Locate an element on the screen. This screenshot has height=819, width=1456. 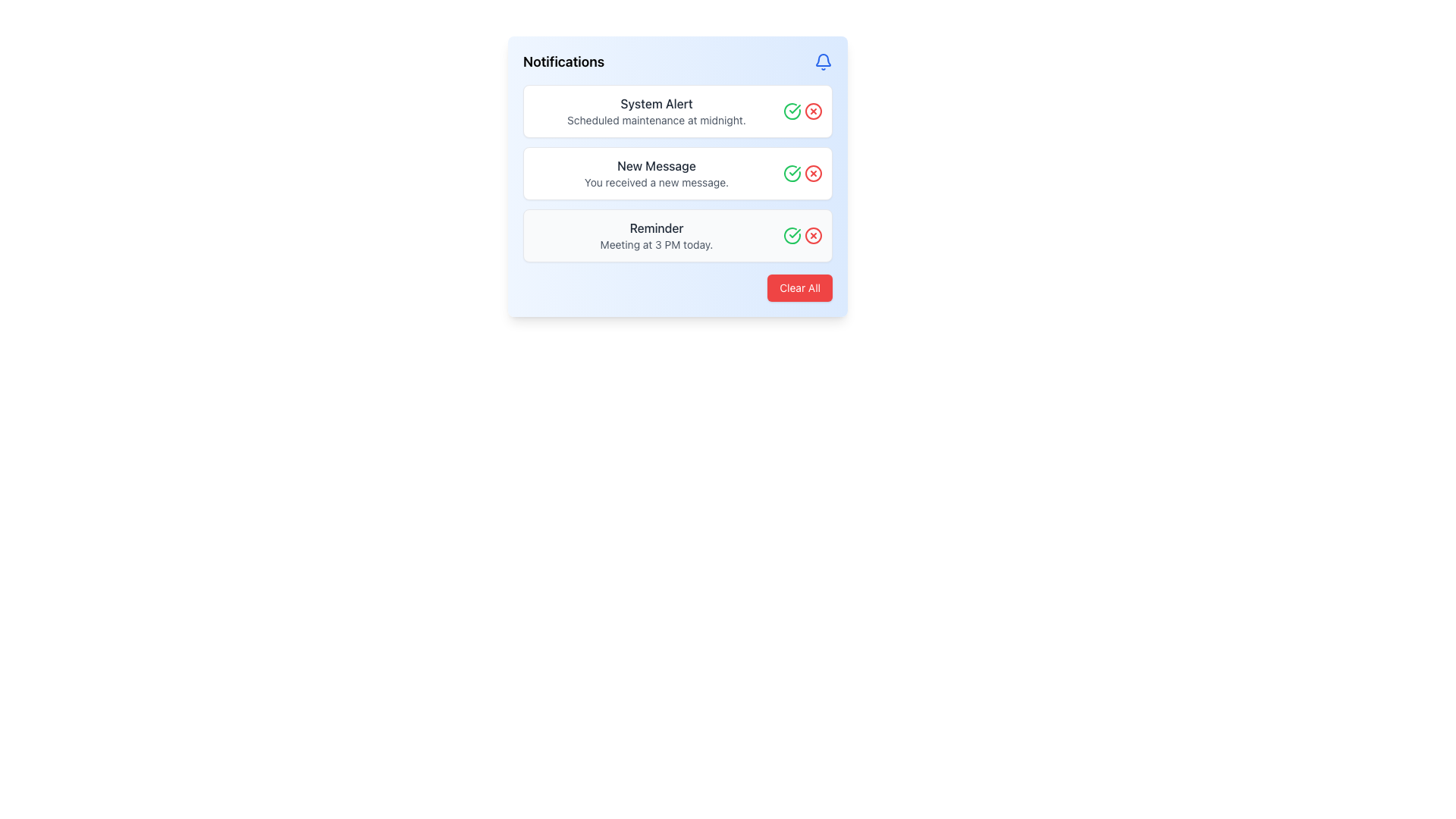
the static text element that describes the purpose of the 'System Alert' notification, which is located in the first notification card beneath the title is located at coordinates (656, 119).